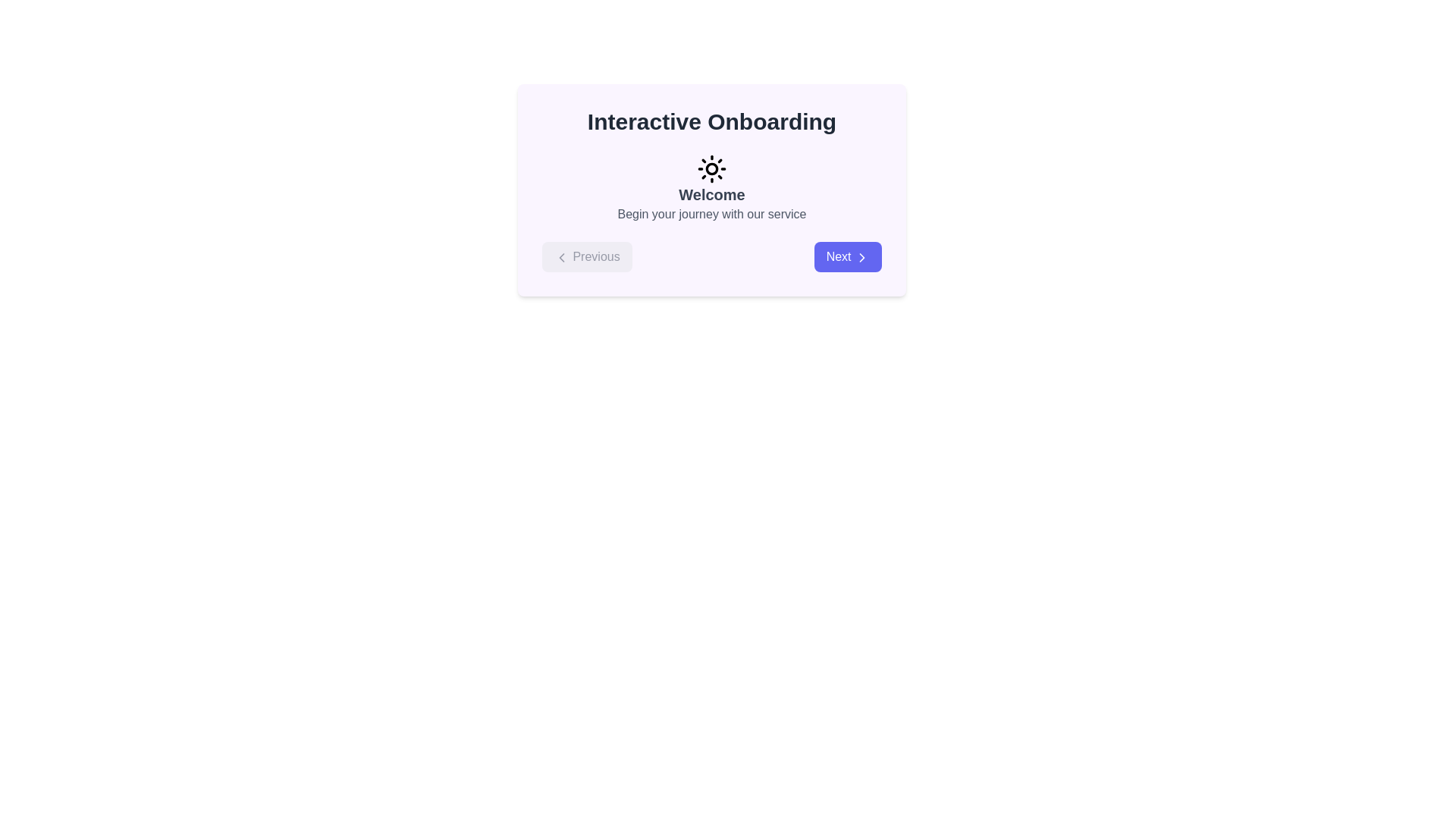 The height and width of the screenshot is (819, 1456). Describe the element at coordinates (711, 169) in the screenshot. I see `the central circle of the sun-like icon located above the 'Welcome' text and below the 'Interactive Onboarding' title in the onboarding card` at that location.